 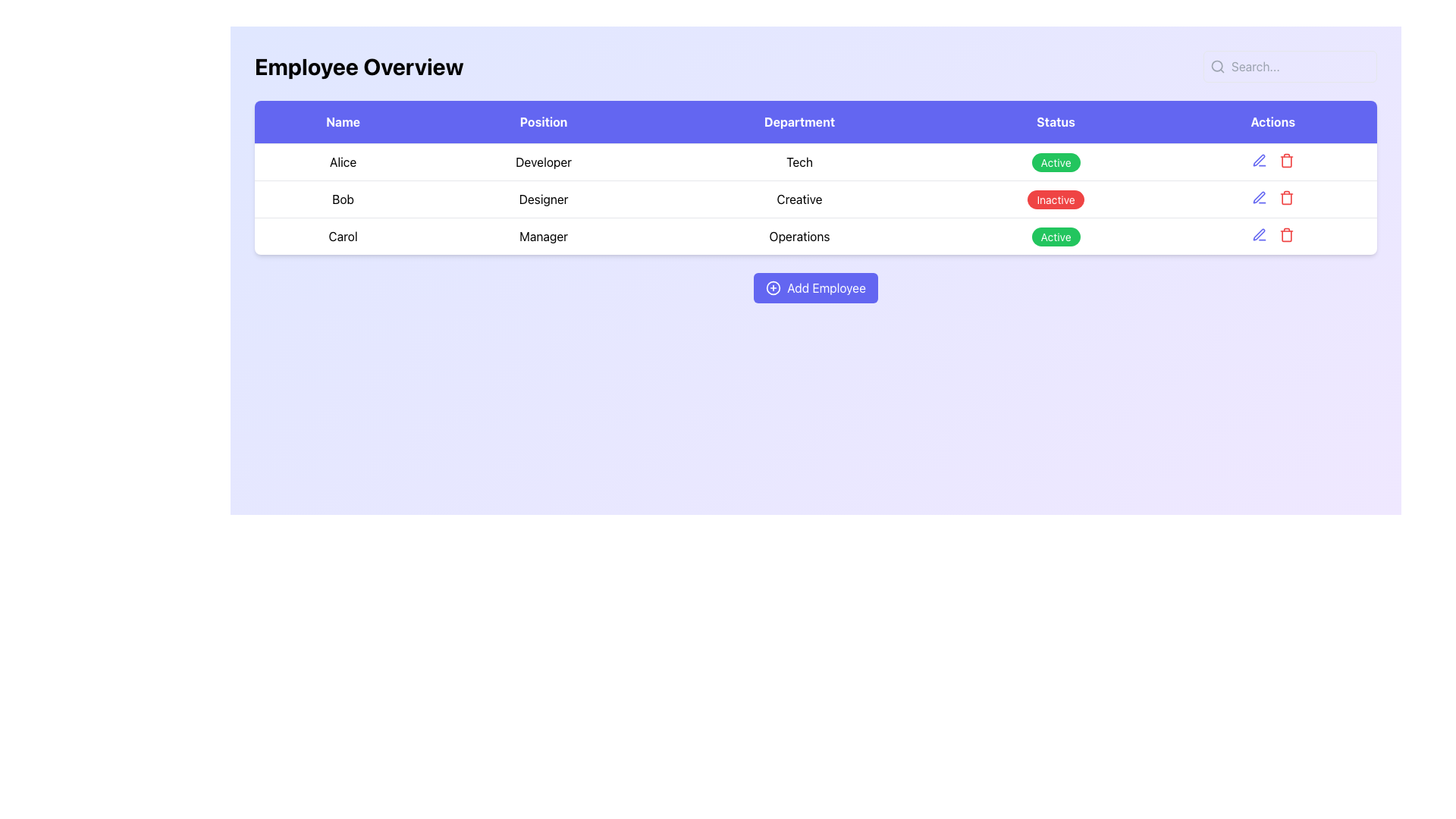 I want to click on the 'Name' table header with a pale purple background and white bold text for potential sorting, so click(x=342, y=121).